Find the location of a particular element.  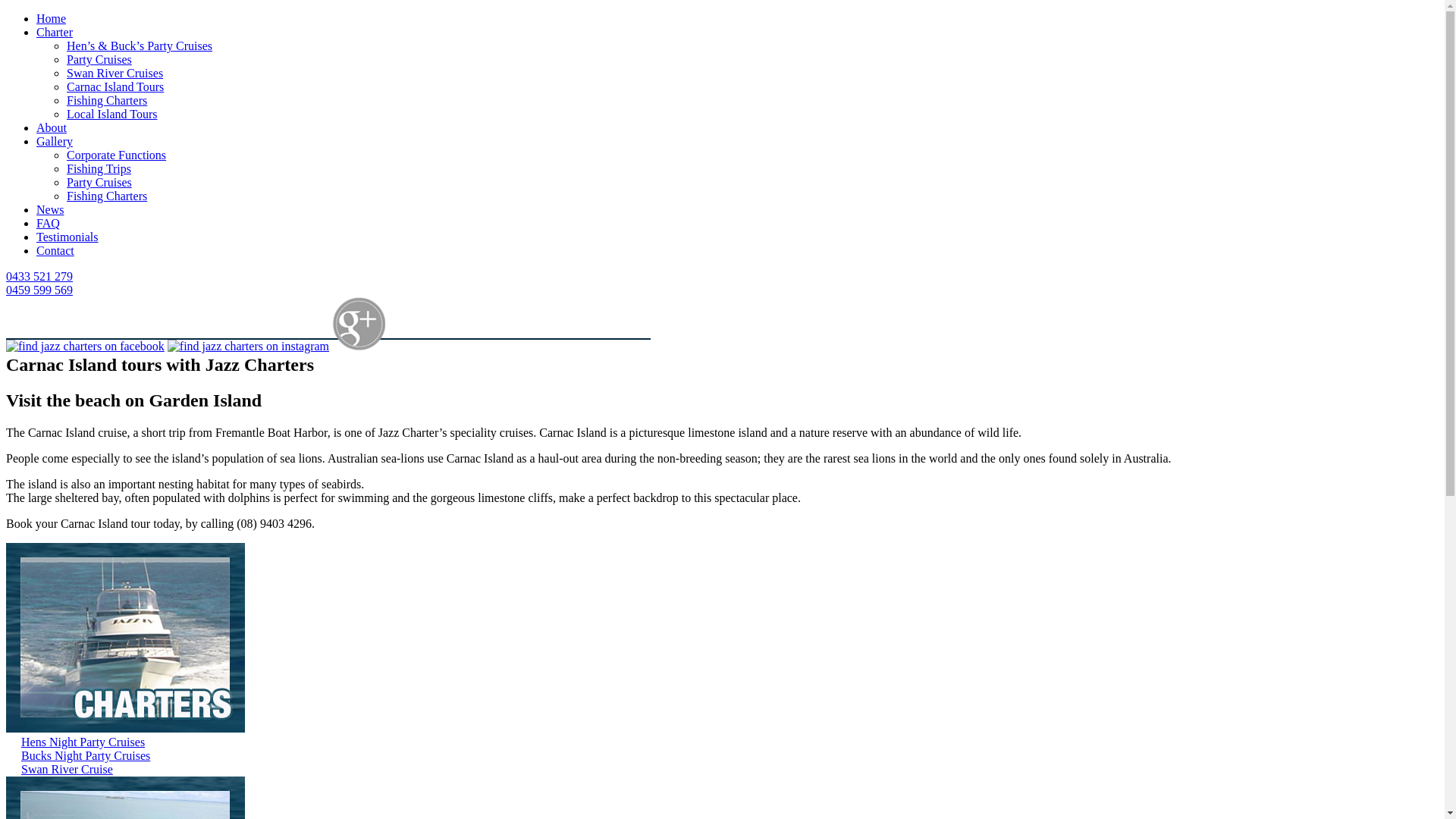

'Gallery' is located at coordinates (55, 141).